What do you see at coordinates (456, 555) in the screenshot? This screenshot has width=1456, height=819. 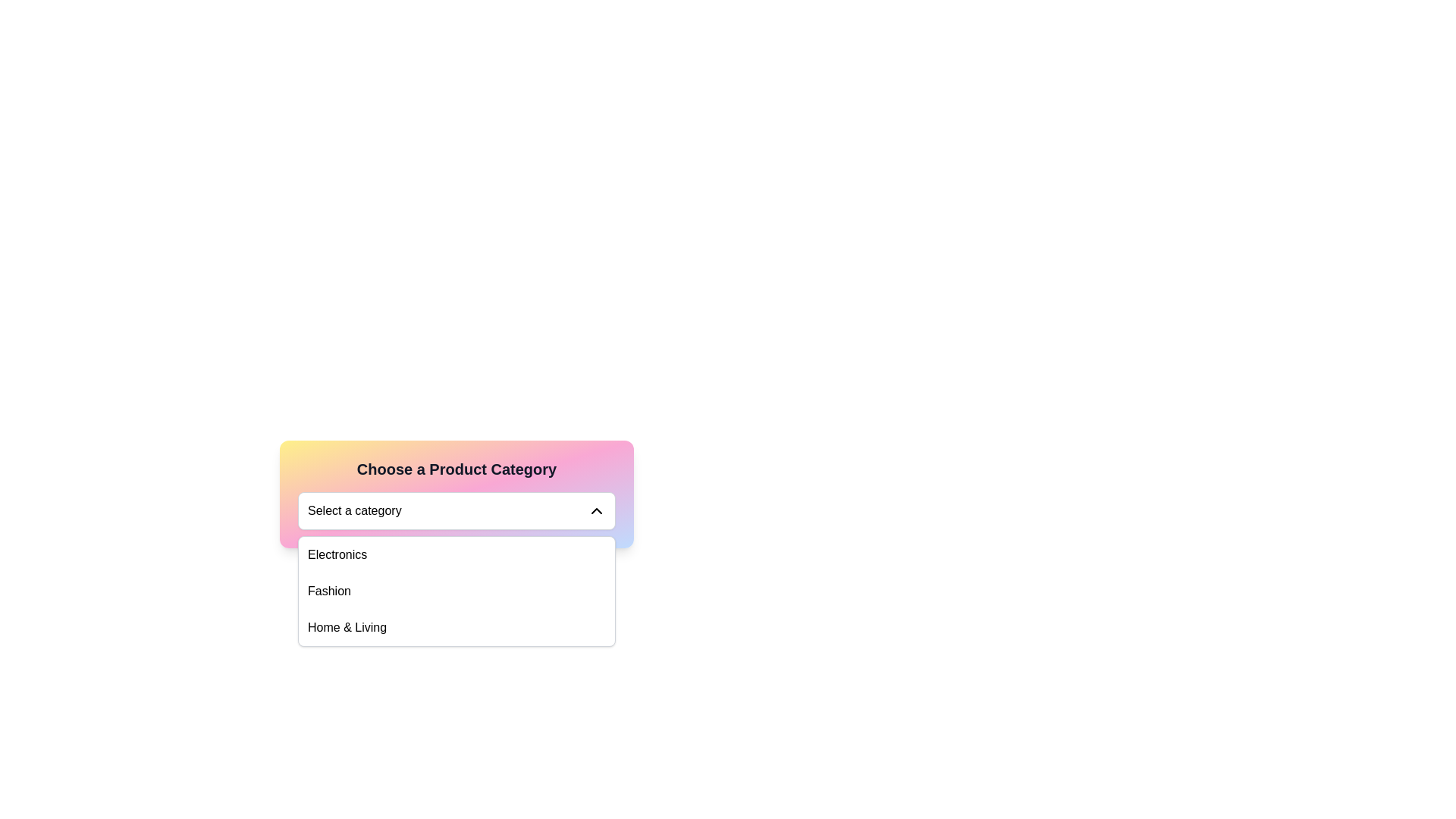 I see `the 'Electronics' dropdown menu item, the first entry in the vertical list located below the 'Select a category' field` at bounding box center [456, 555].